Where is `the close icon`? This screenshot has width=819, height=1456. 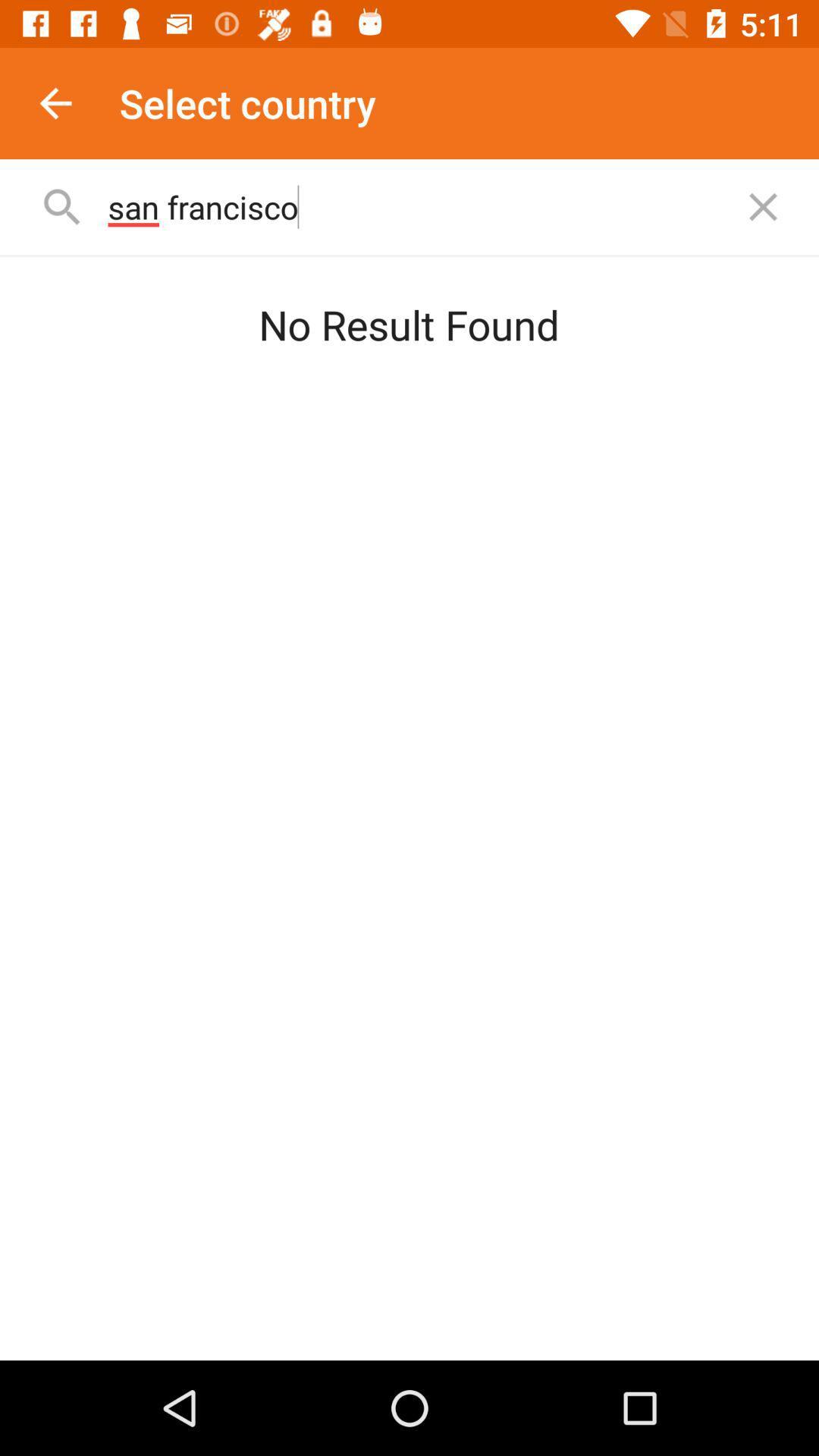 the close icon is located at coordinates (763, 206).